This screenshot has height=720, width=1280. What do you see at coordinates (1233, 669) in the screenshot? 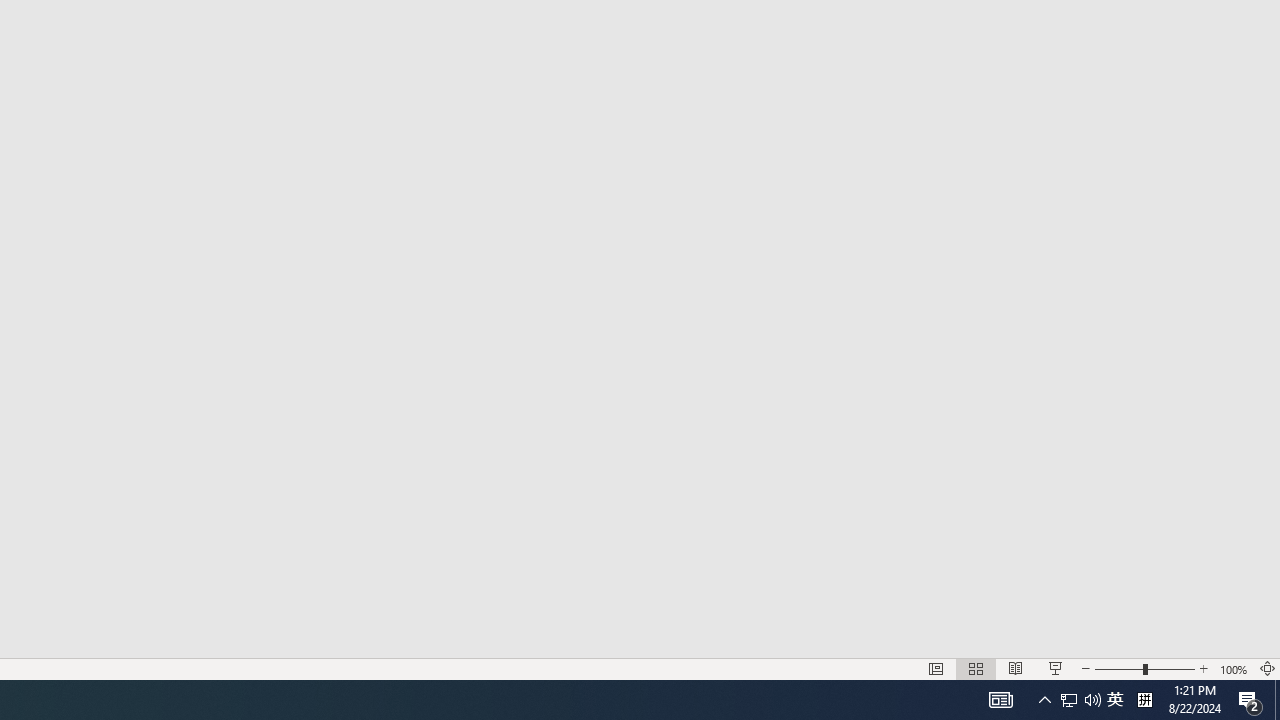
I see `'Zoom 100%'` at bounding box center [1233, 669].